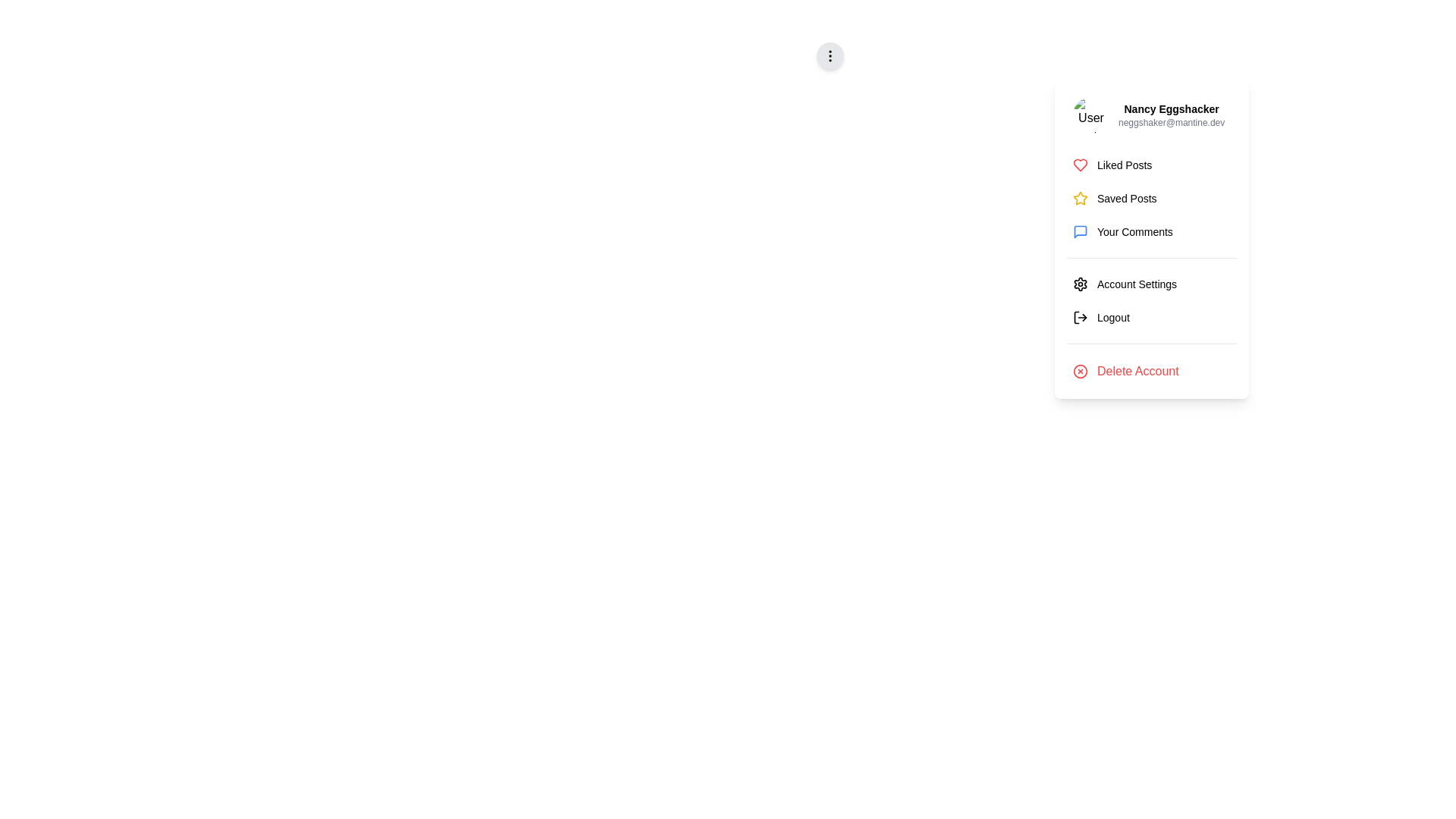 This screenshot has height=819, width=1456. I want to click on the speech bubble icon, so click(1080, 231).